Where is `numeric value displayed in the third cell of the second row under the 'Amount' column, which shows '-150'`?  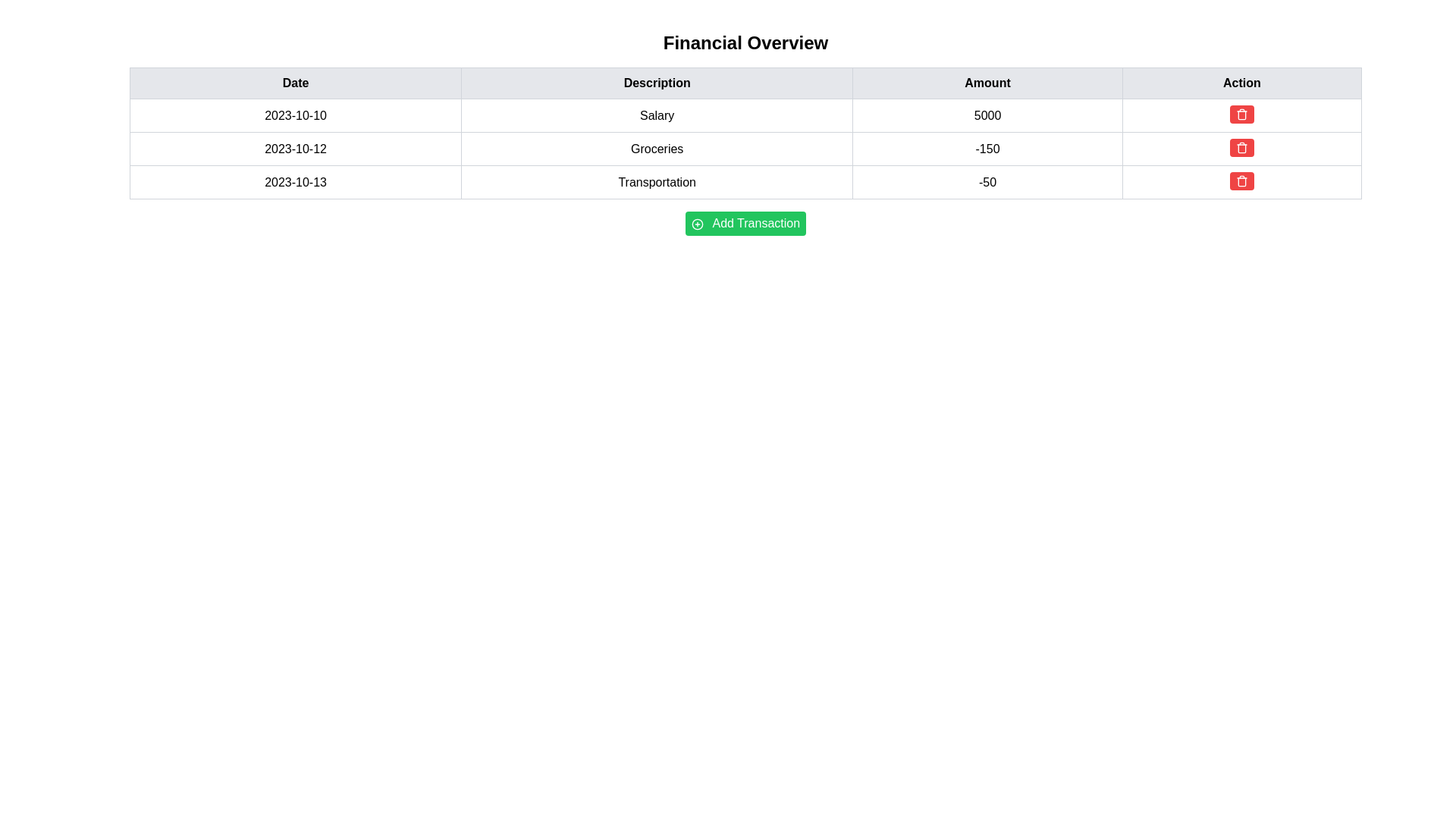
numeric value displayed in the third cell of the second row under the 'Amount' column, which shows '-150' is located at coordinates (987, 149).